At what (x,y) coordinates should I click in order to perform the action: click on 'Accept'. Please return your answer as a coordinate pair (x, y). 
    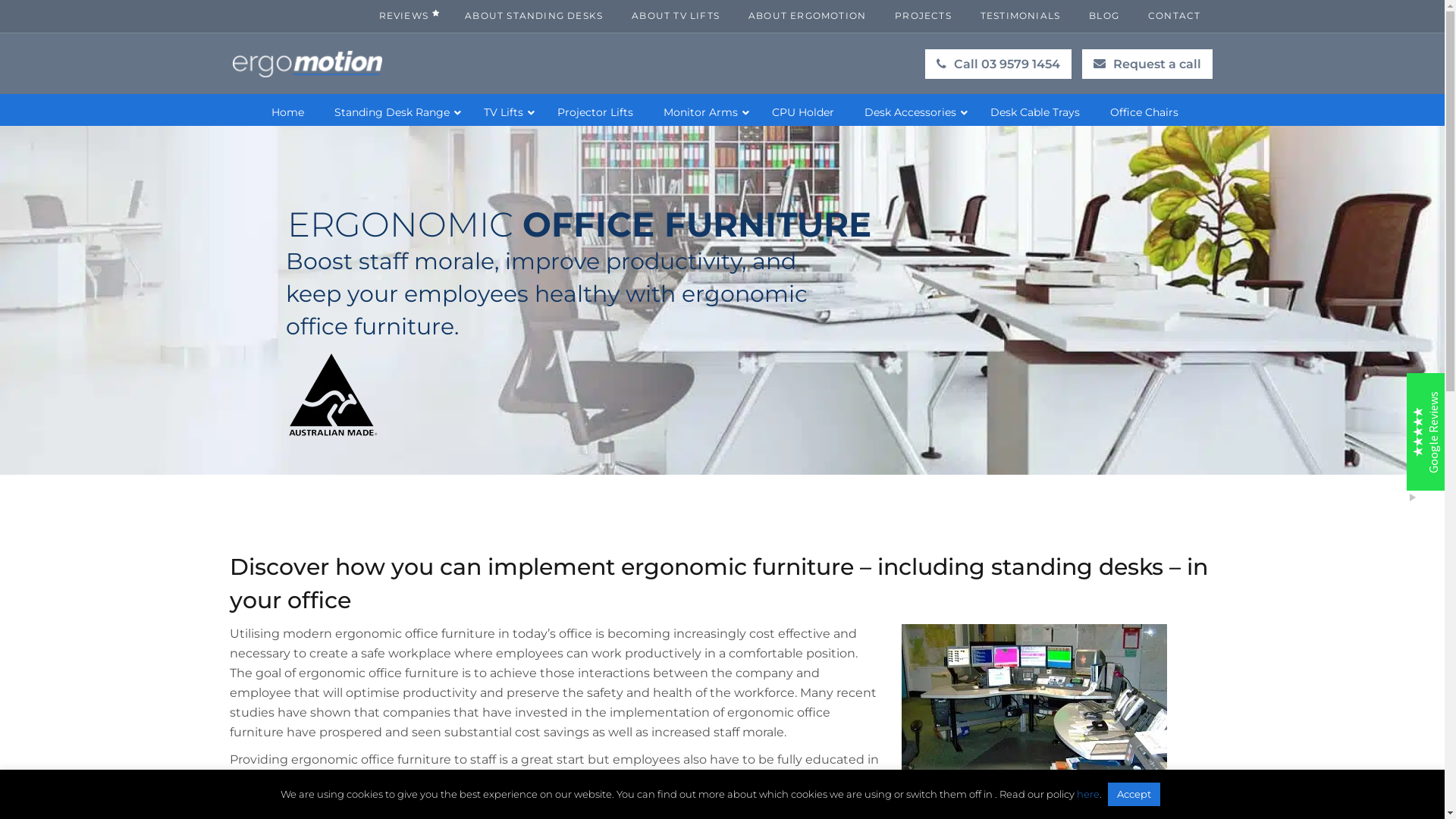
    Looking at the image, I should click on (1107, 793).